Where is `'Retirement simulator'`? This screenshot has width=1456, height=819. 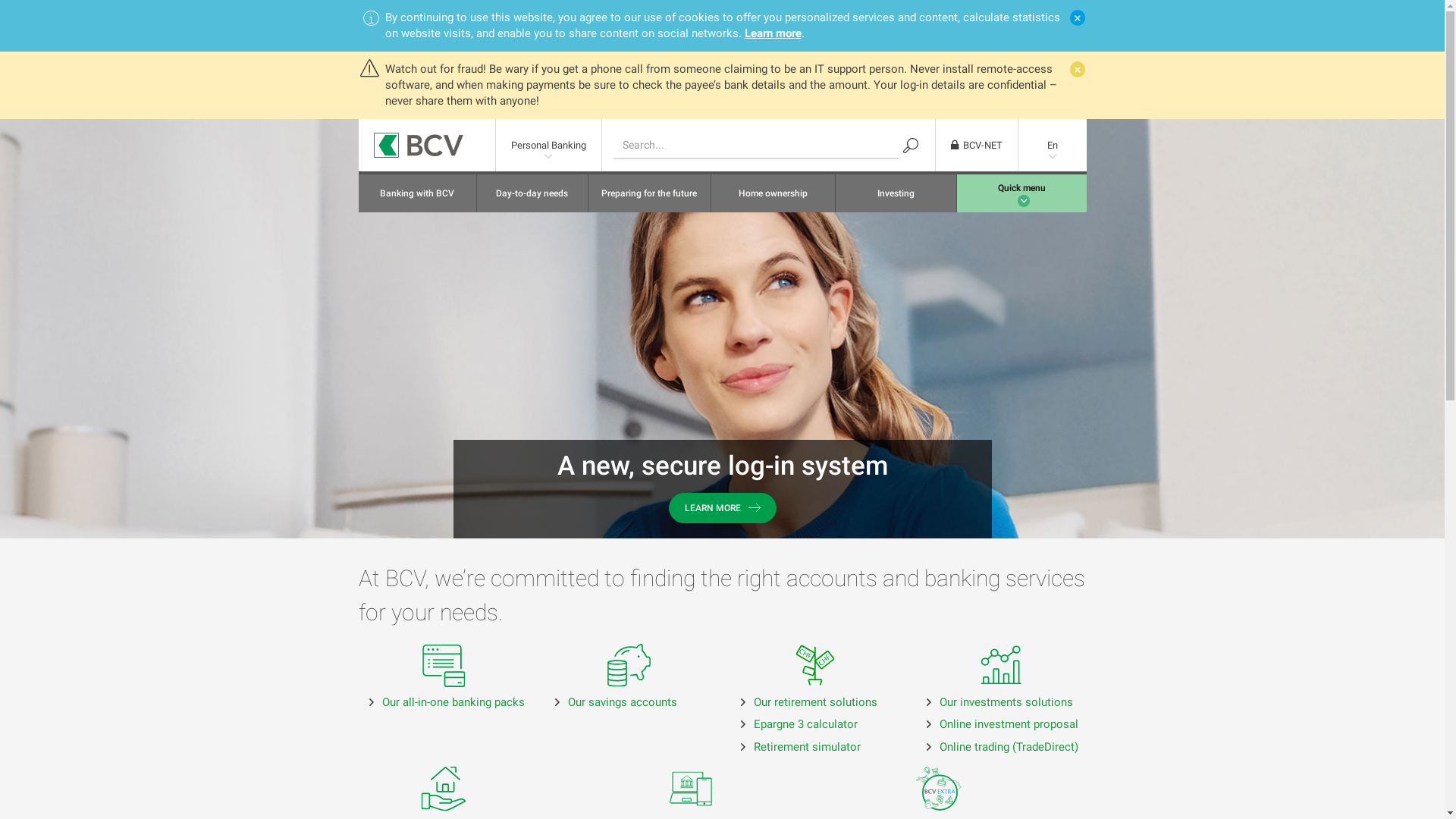 'Retirement simulator' is located at coordinates (806, 745).